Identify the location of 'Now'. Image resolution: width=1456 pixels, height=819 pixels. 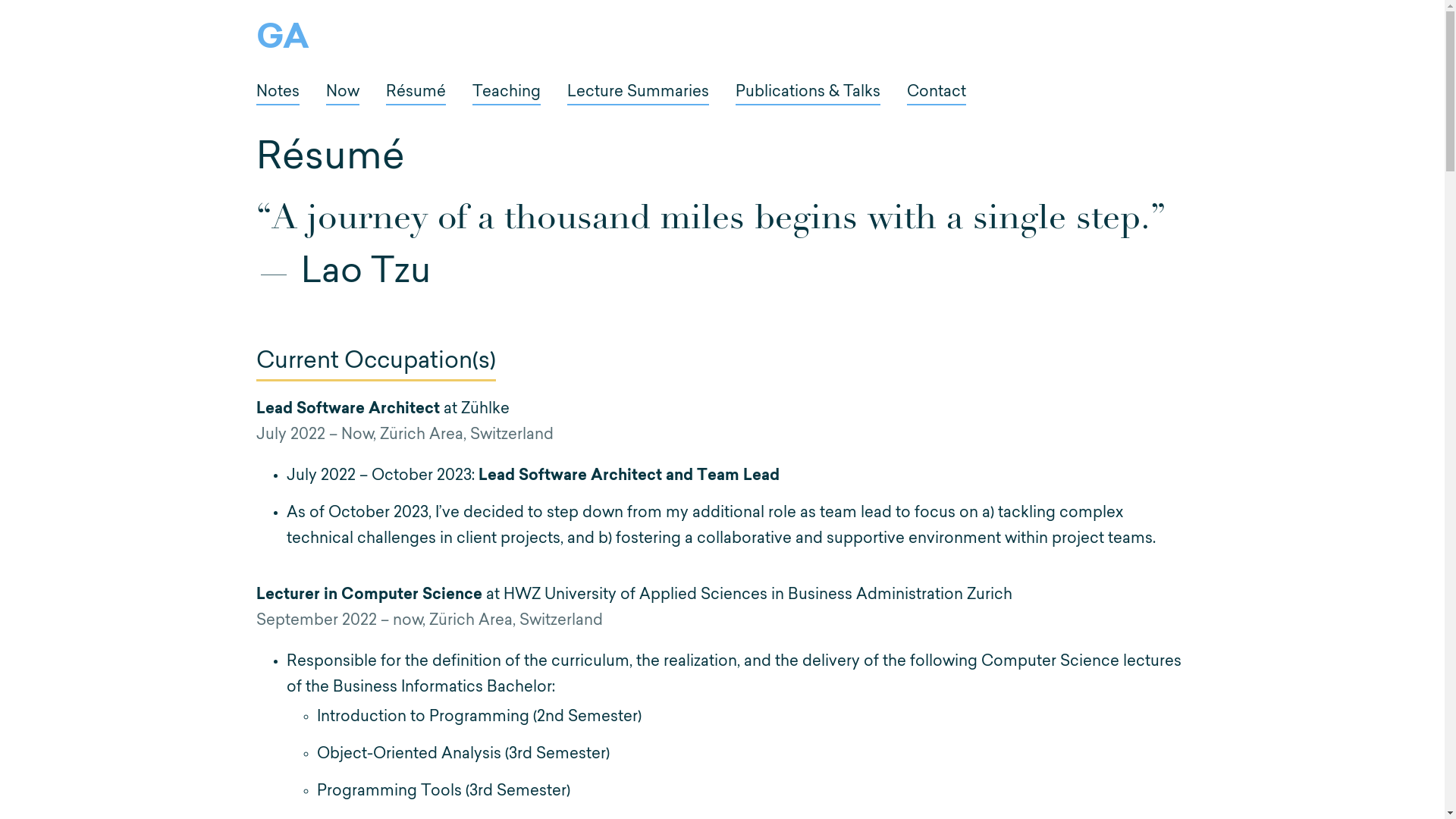
(341, 95).